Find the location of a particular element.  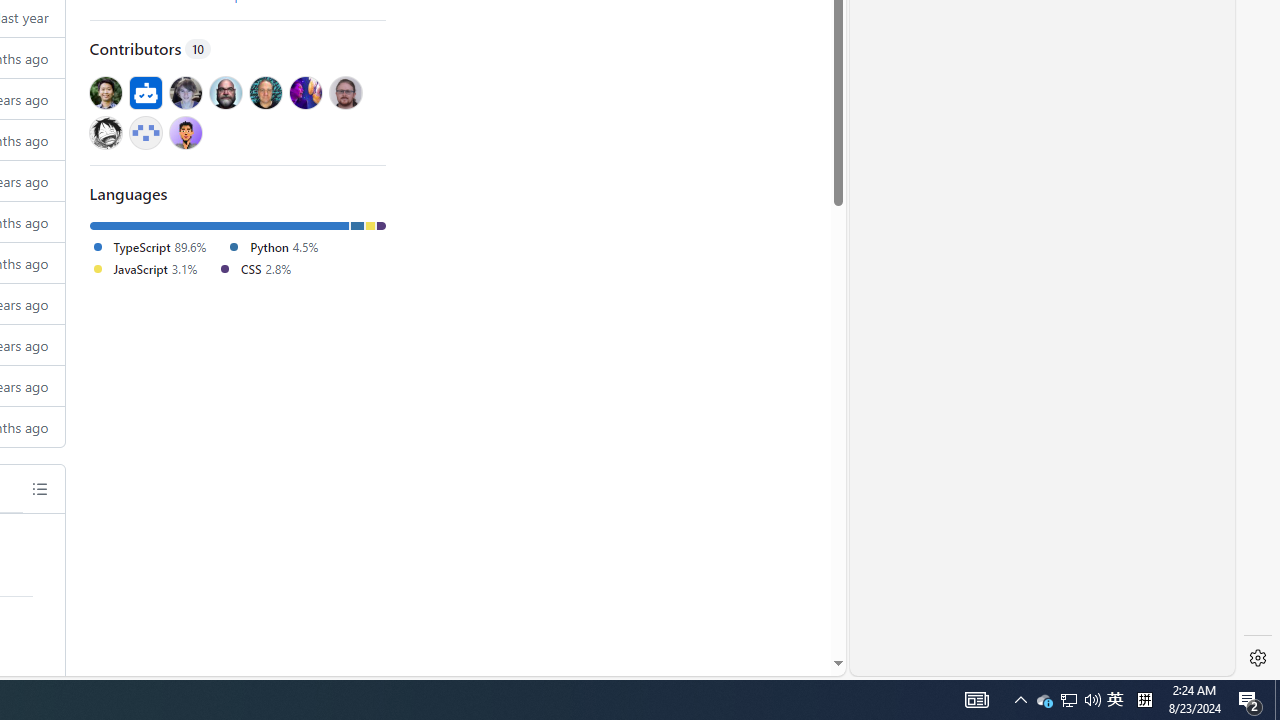

'@mstrzele' is located at coordinates (144, 132).